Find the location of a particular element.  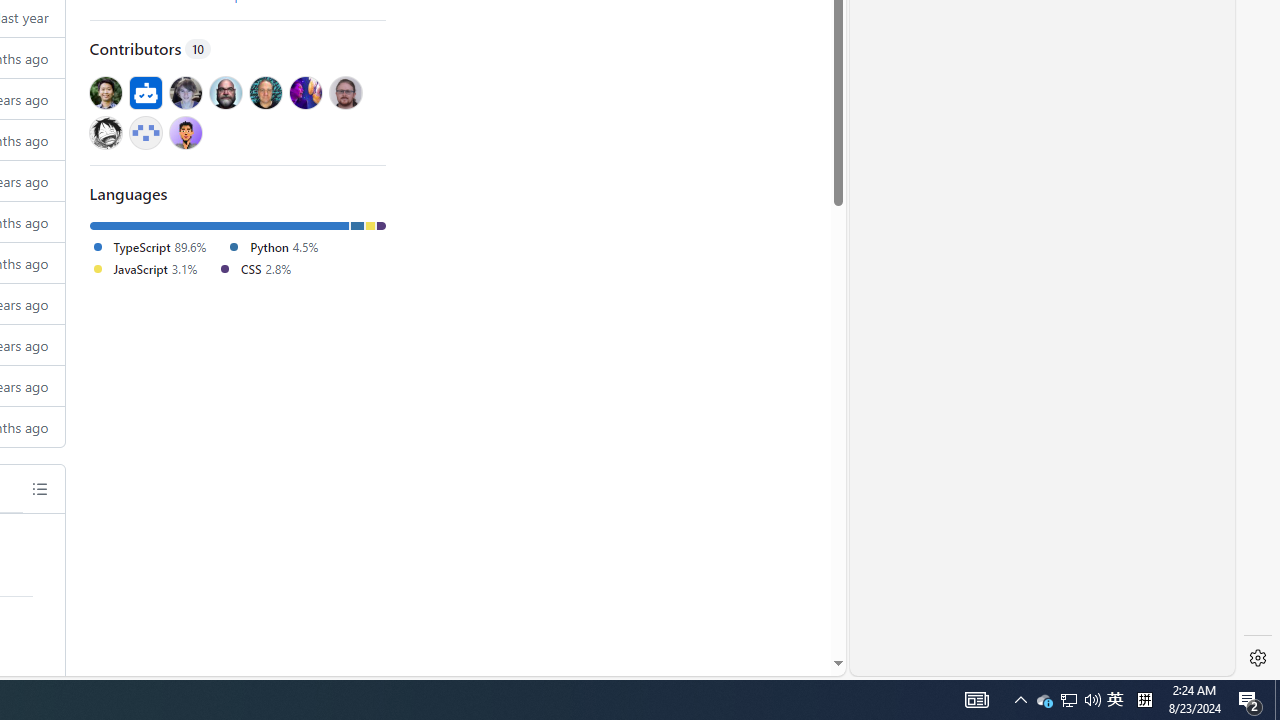

'@mstrzele' is located at coordinates (144, 132).